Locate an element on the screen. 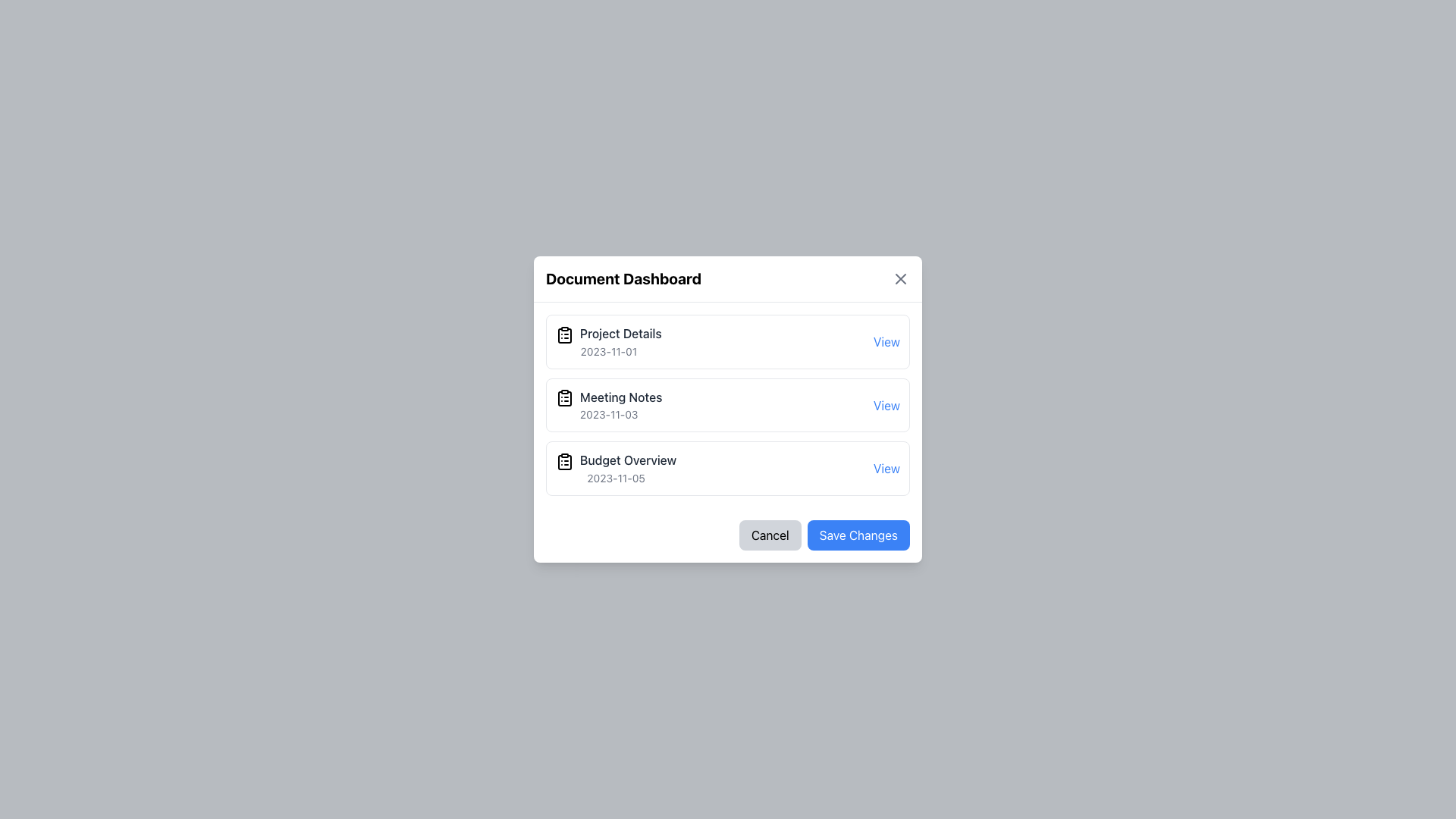  the middle item 'Meeting Notes 2023-11-03' within the modal dialog titled 'Document Dashboard' is located at coordinates (728, 409).